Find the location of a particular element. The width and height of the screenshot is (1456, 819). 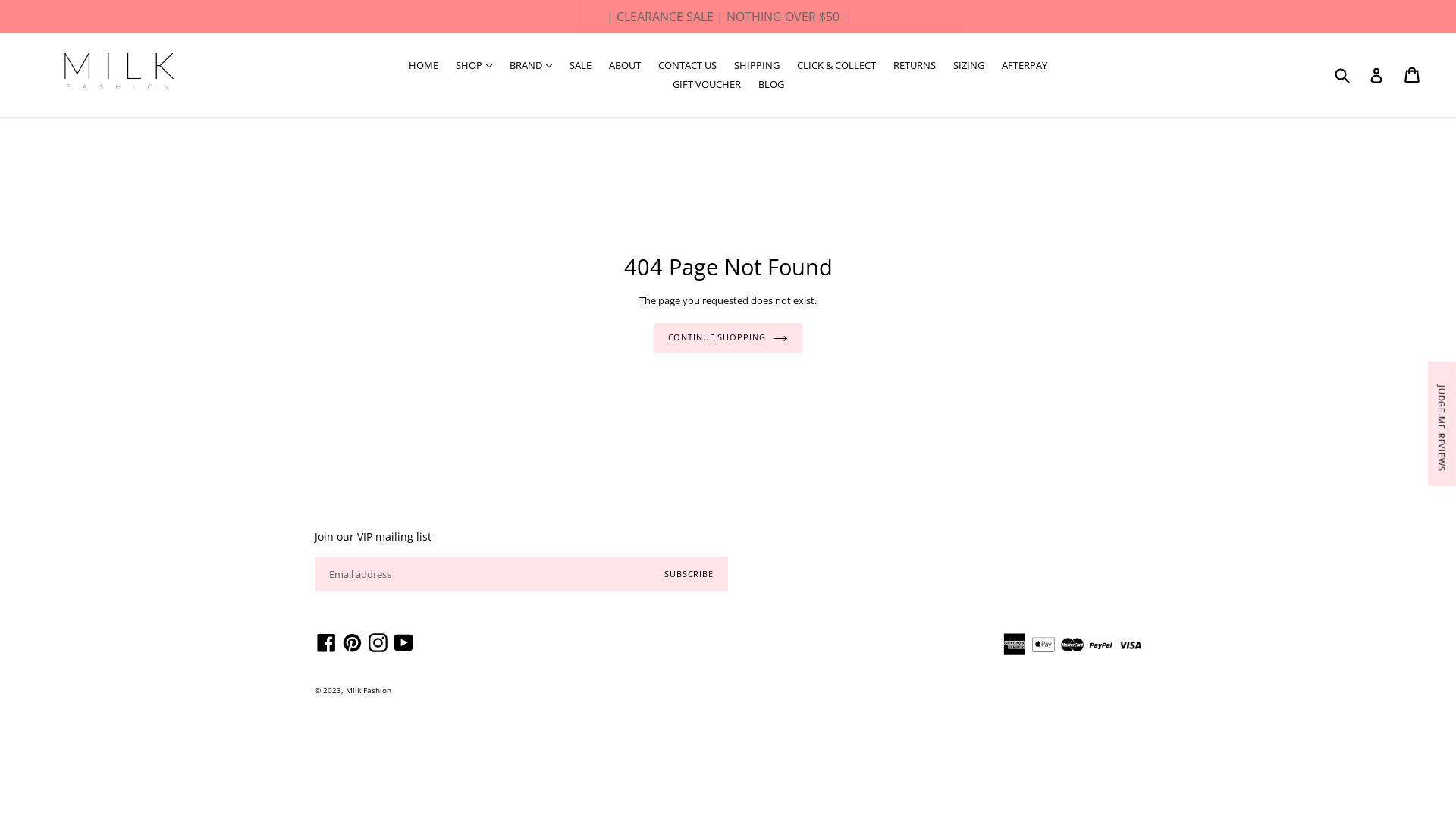

'Facebook' is located at coordinates (325, 642).